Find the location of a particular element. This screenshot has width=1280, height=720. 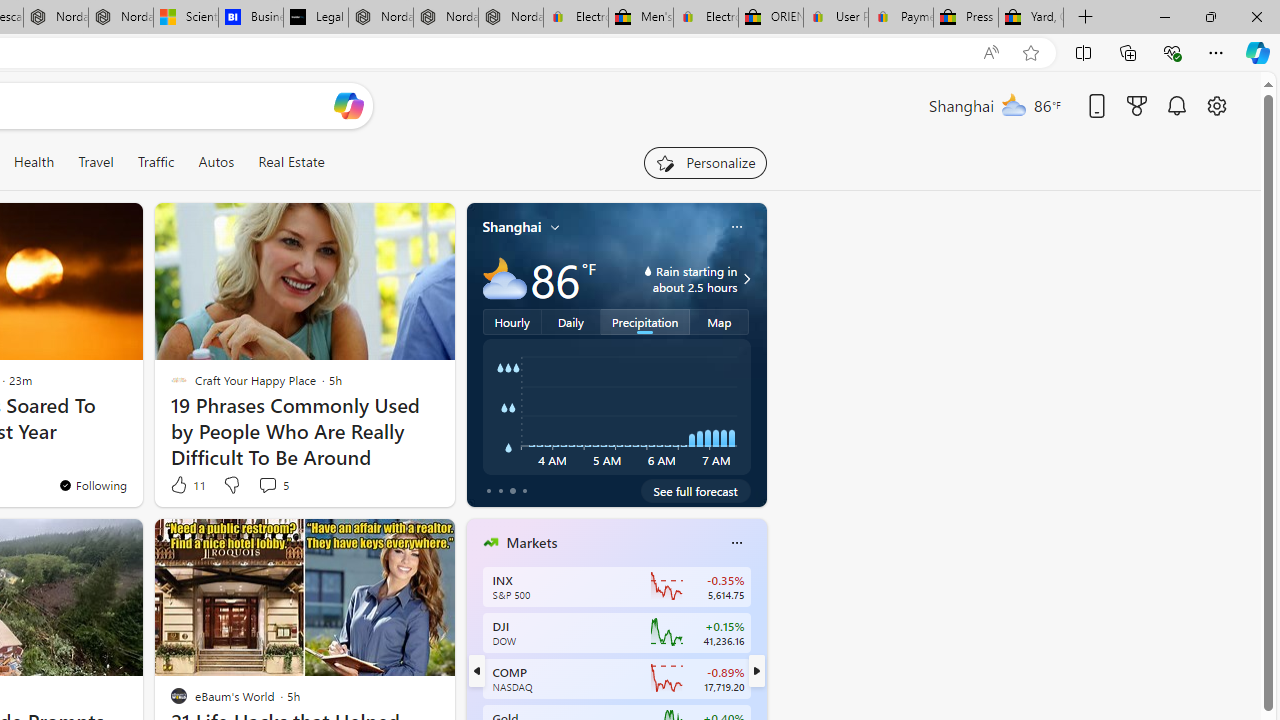

'tab-3' is located at coordinates (524, 491).